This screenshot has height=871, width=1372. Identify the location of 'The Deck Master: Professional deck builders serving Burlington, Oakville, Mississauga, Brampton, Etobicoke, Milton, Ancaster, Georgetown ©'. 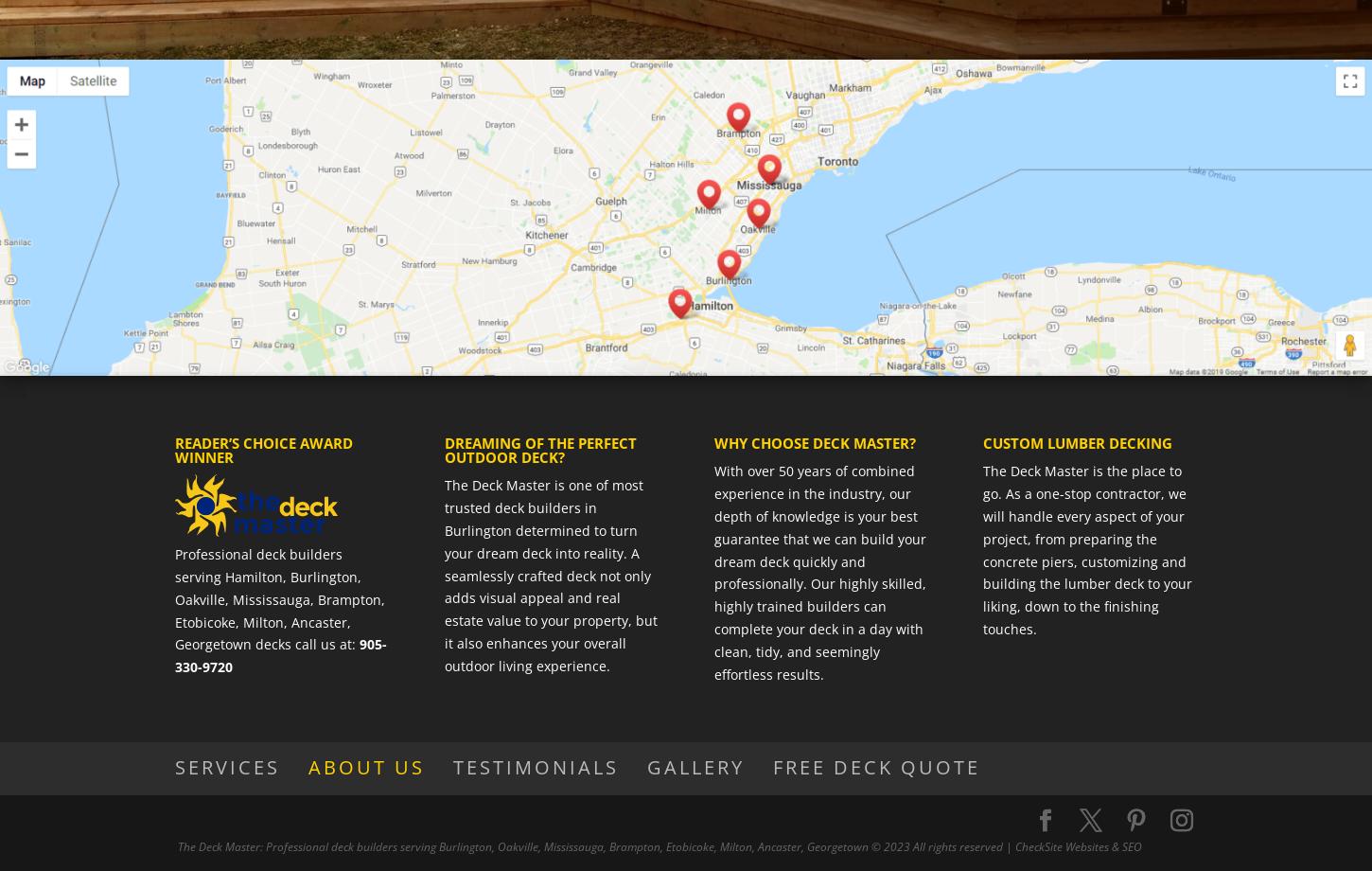
(529, 845).